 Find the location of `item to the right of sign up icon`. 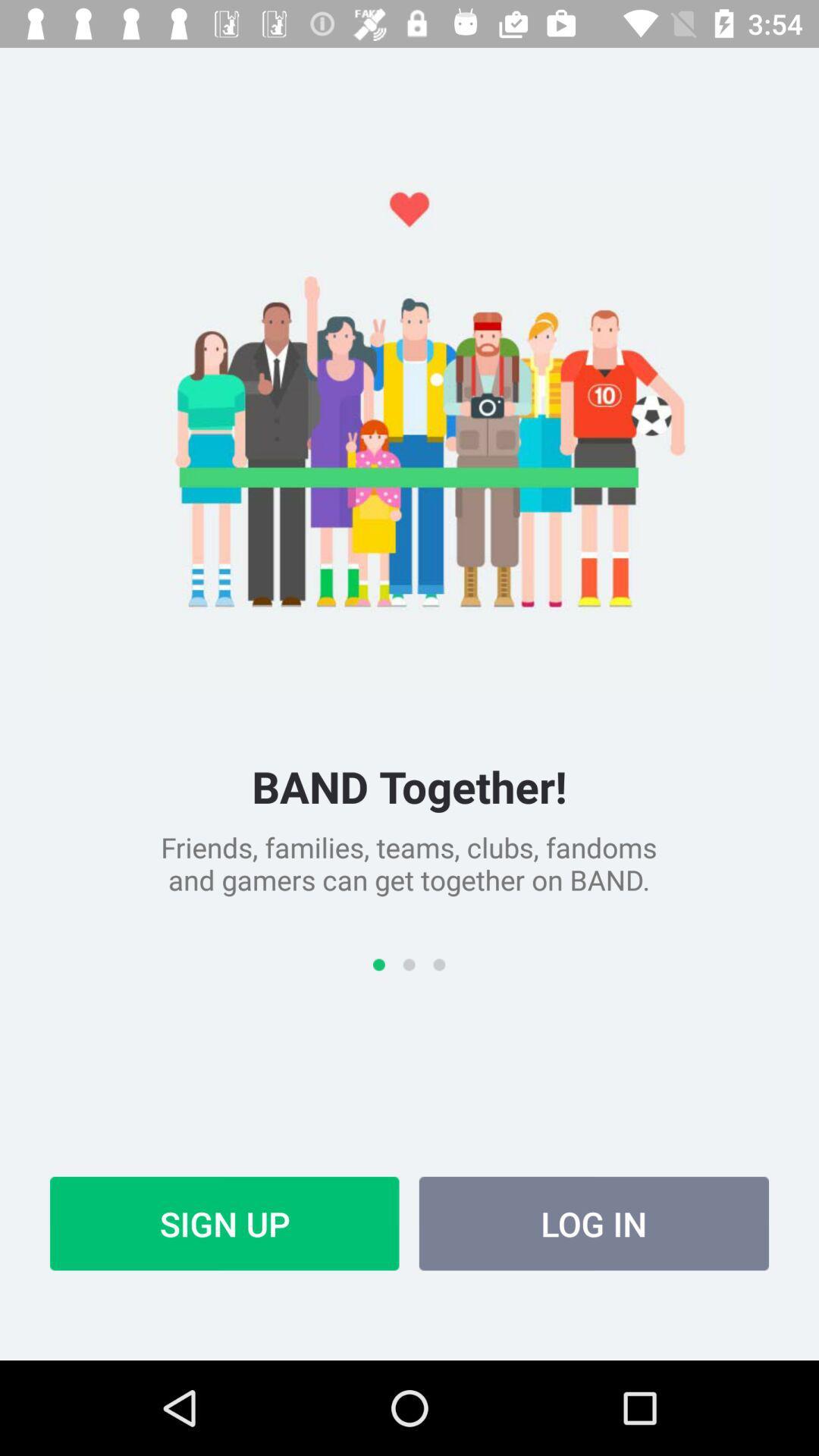

item to the right of sign up icon is located at coordinates (593, 1223).